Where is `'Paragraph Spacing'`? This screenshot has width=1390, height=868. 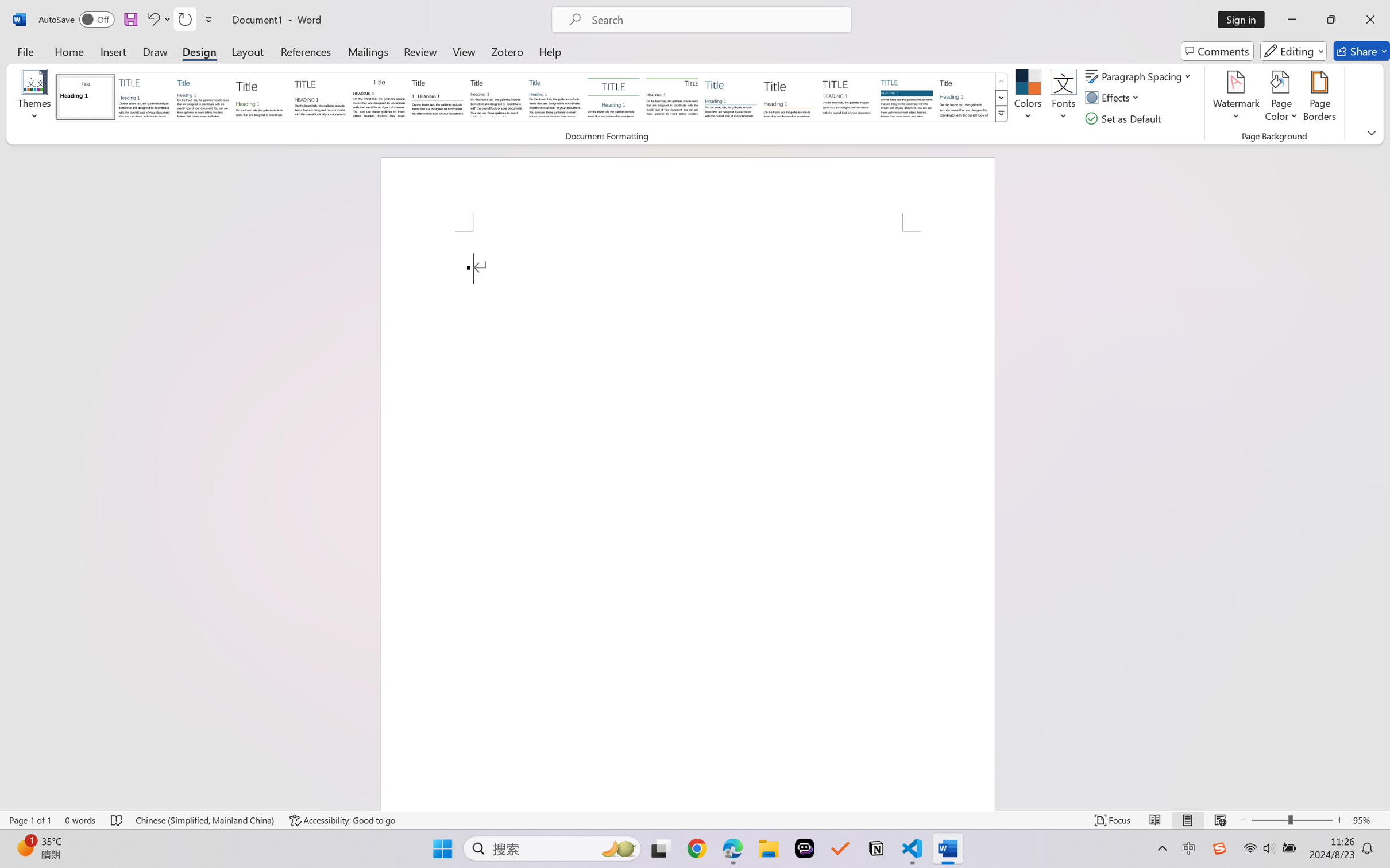
'Paragraph Spacing' is located at coordinates (1140, 75).